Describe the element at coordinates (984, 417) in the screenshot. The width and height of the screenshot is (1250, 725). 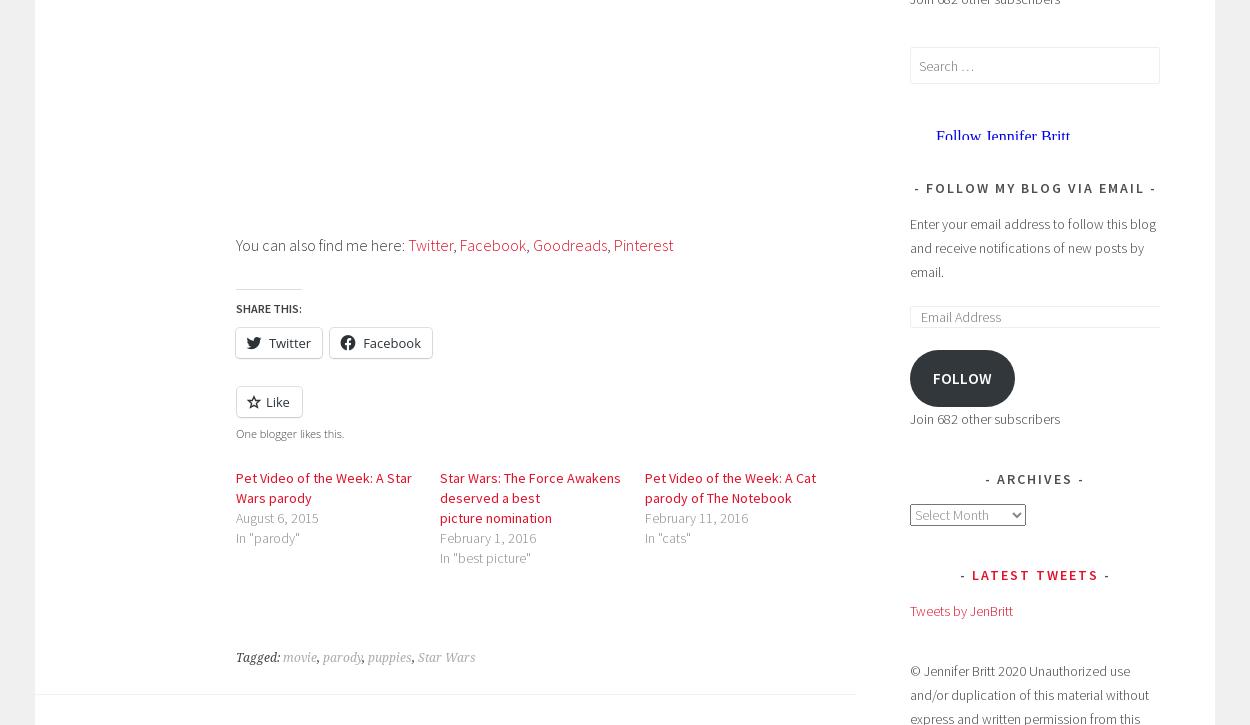
I see `'Join 682 other subscribers'` at that location.